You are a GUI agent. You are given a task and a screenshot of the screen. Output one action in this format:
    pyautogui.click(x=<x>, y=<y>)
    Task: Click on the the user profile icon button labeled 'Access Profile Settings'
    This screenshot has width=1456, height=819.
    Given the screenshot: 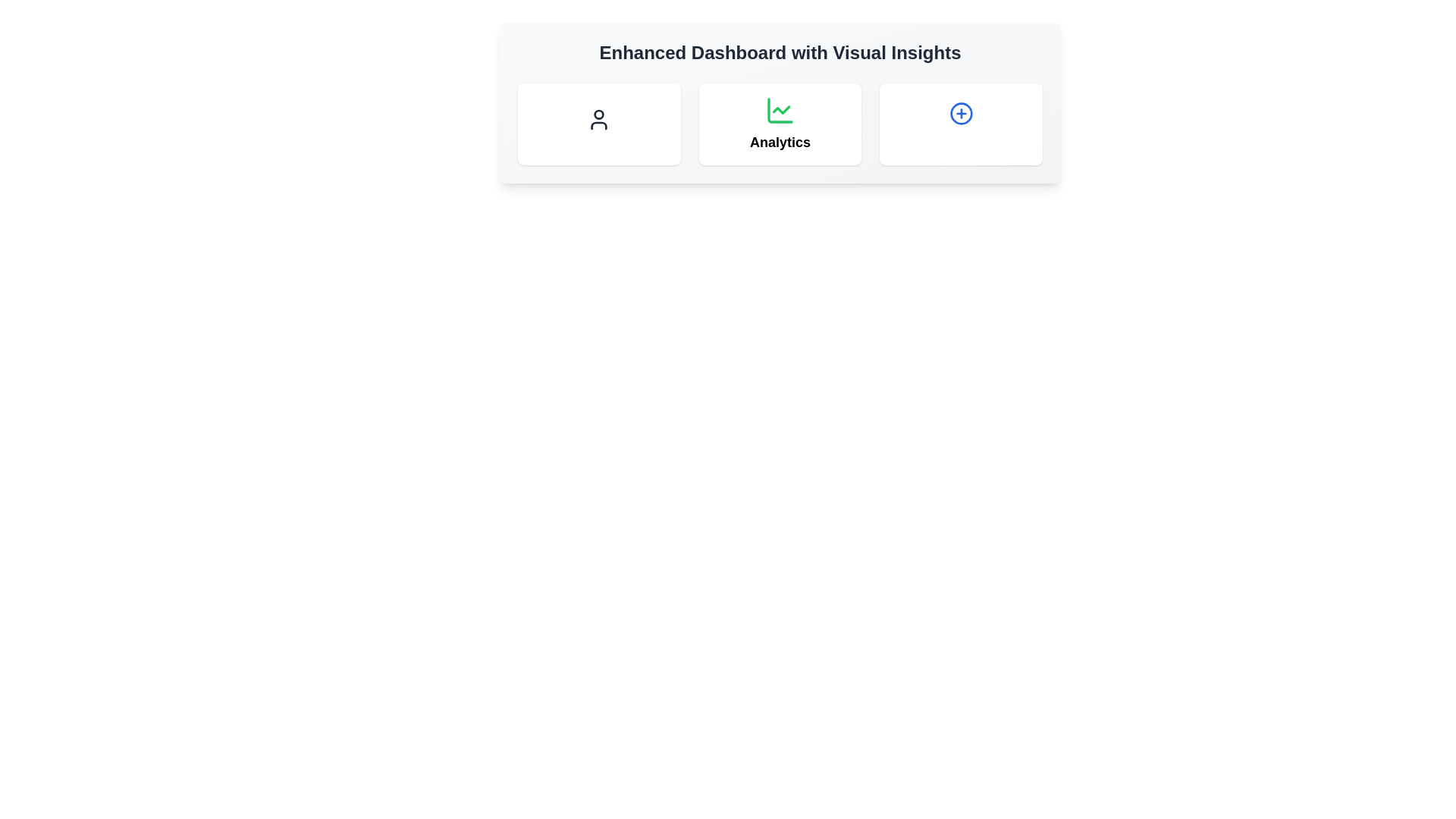 What is the action you would take?
    pyautogui.click(x=598, y=119)
    